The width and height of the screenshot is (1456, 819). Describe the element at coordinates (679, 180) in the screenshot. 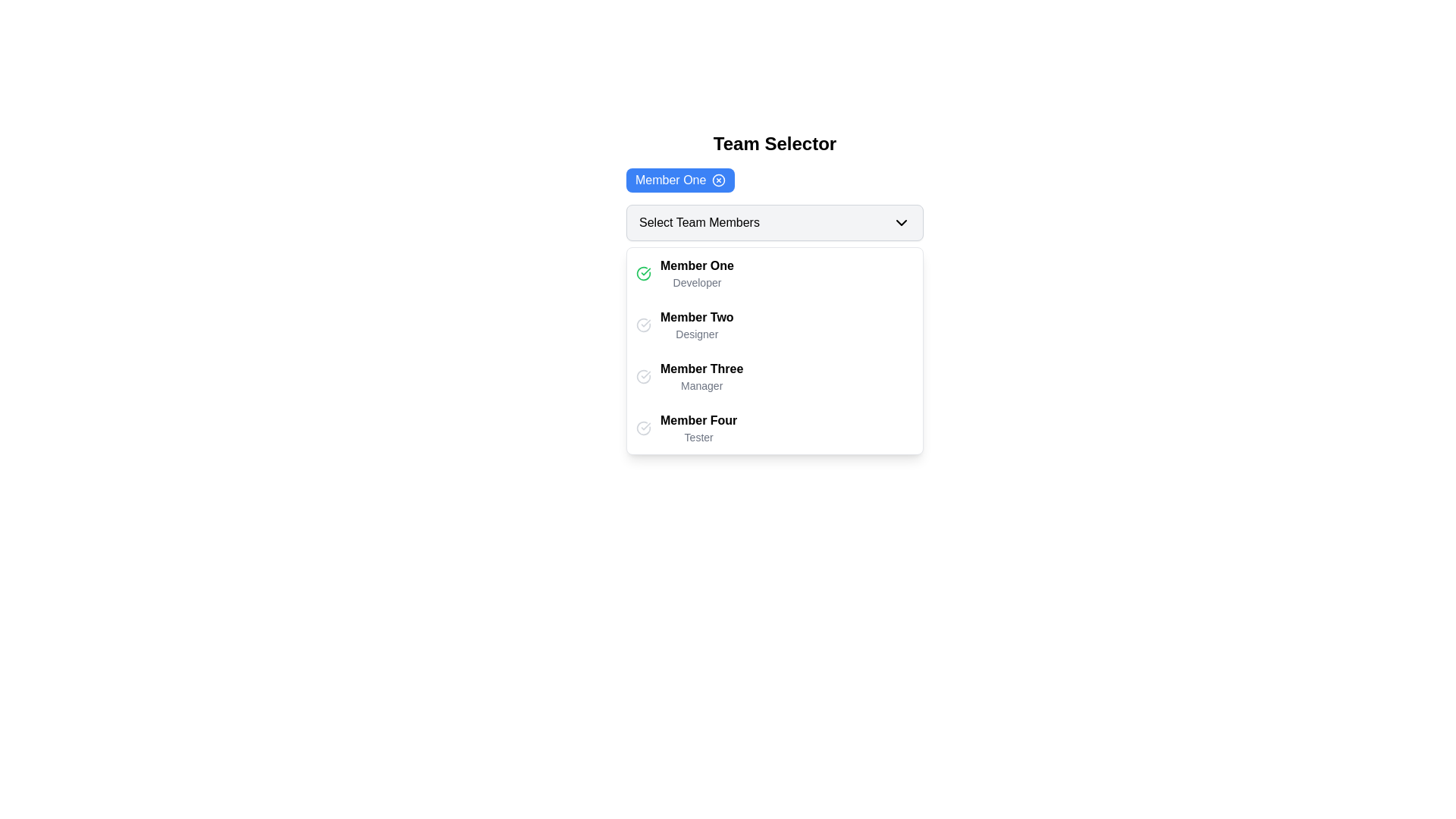

I see `the pill-shaped button labeled 'Member One' with a blue background and white text, located below the 'Team Selector' heading` at that location.